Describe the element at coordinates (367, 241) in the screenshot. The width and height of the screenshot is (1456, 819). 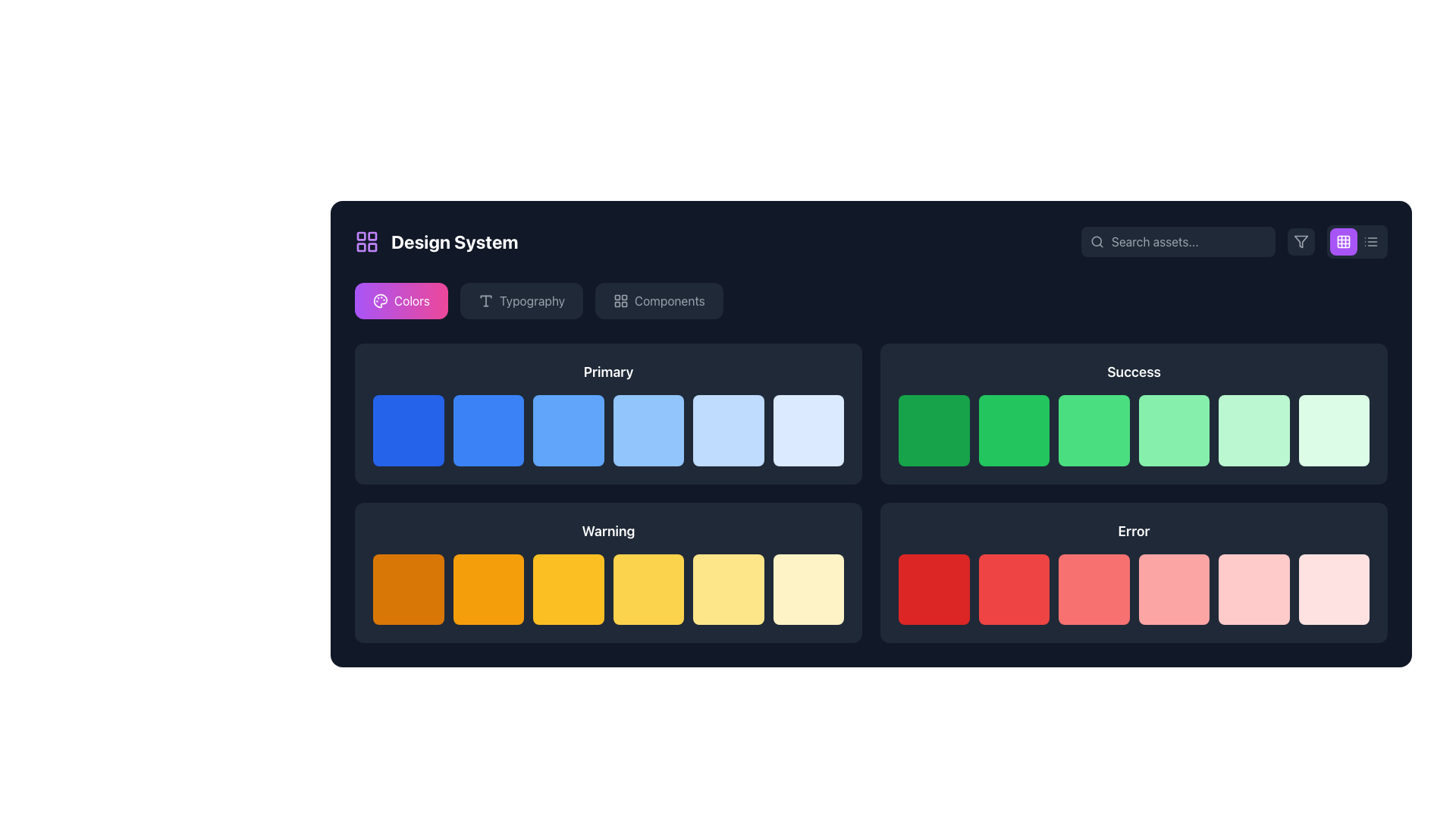
I see `the small grid-like icon with a purple outline on a dark background, positioned before the 'Design System' text` at that location.